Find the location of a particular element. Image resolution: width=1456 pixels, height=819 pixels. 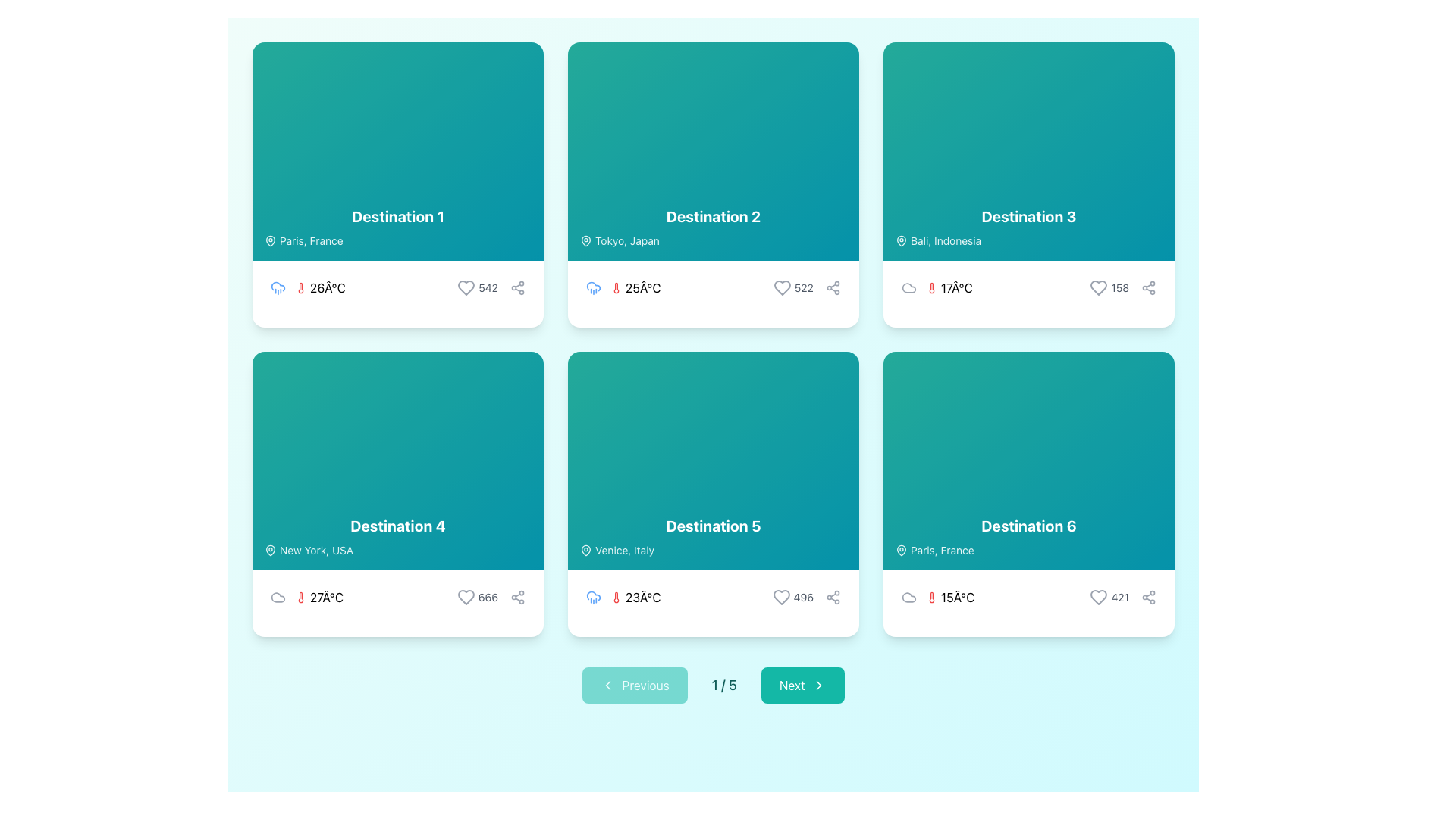

the text label displaying 'New York, USA', which is styled with a smaller font size and is positioned under the 'Destination 4' box is located at coordinates (315, 550).